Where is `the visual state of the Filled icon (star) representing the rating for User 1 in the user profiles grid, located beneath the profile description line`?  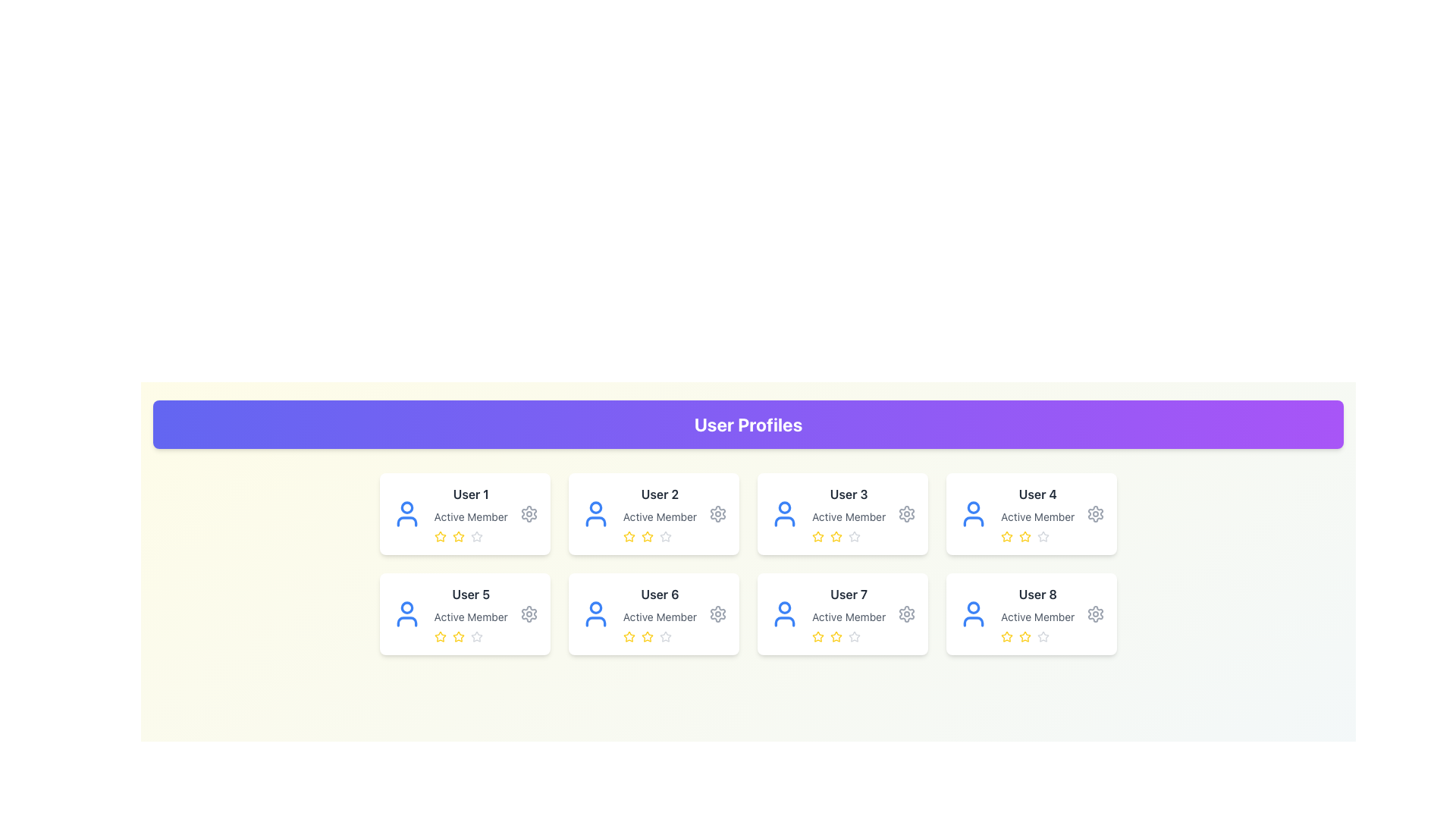 the visual state of the Filled icon (star) representing the rating for User 1 in the user profiles grid, located beneath the profile description line is located at coordinates (457, 535).